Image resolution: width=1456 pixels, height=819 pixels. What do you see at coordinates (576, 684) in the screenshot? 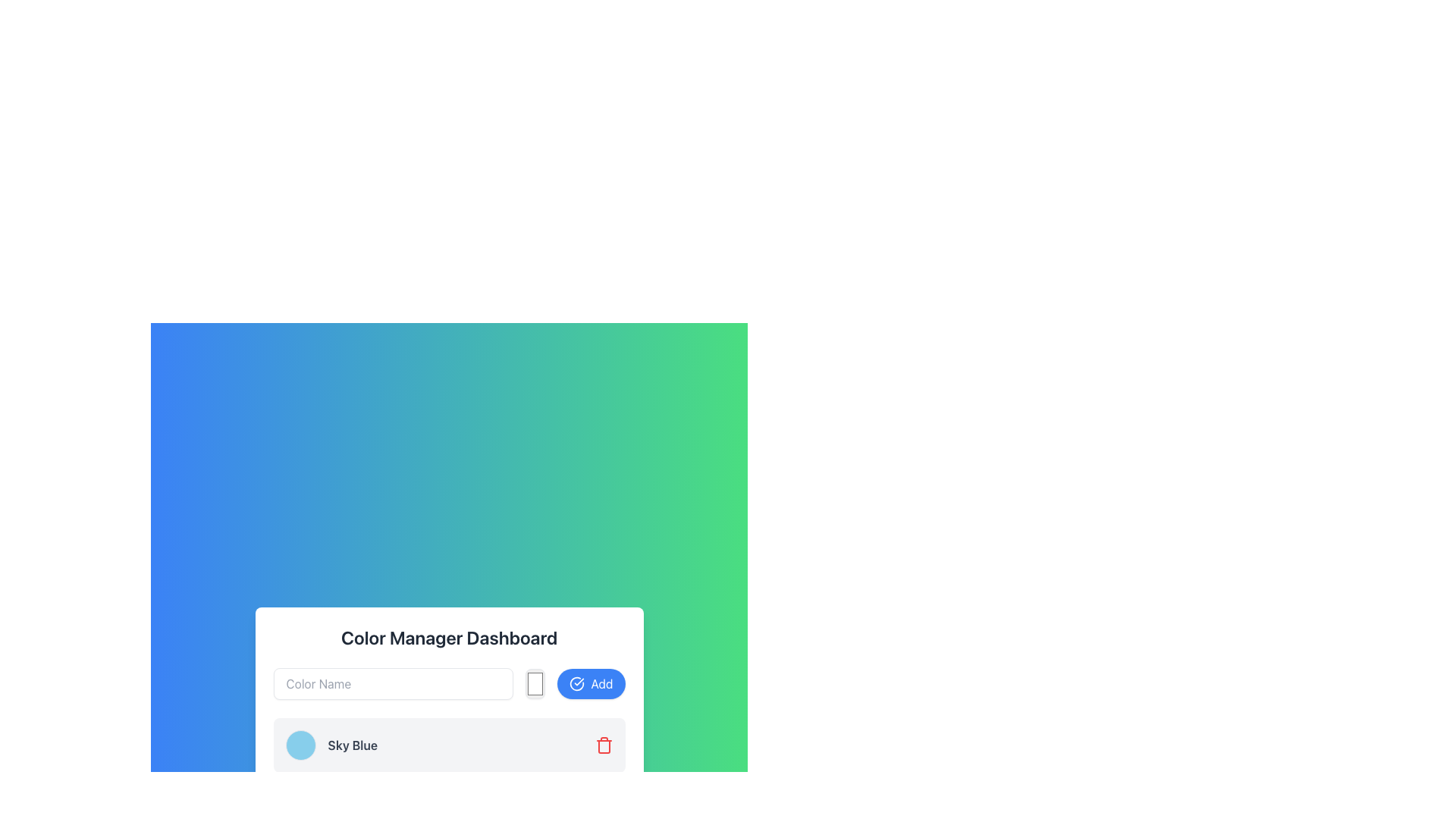
I see `the circular icon with a check mark inside, which has a blue background and white outline, located next to the 'Add' button in the color manager dashboard interface` at bounding box center [576, 684].